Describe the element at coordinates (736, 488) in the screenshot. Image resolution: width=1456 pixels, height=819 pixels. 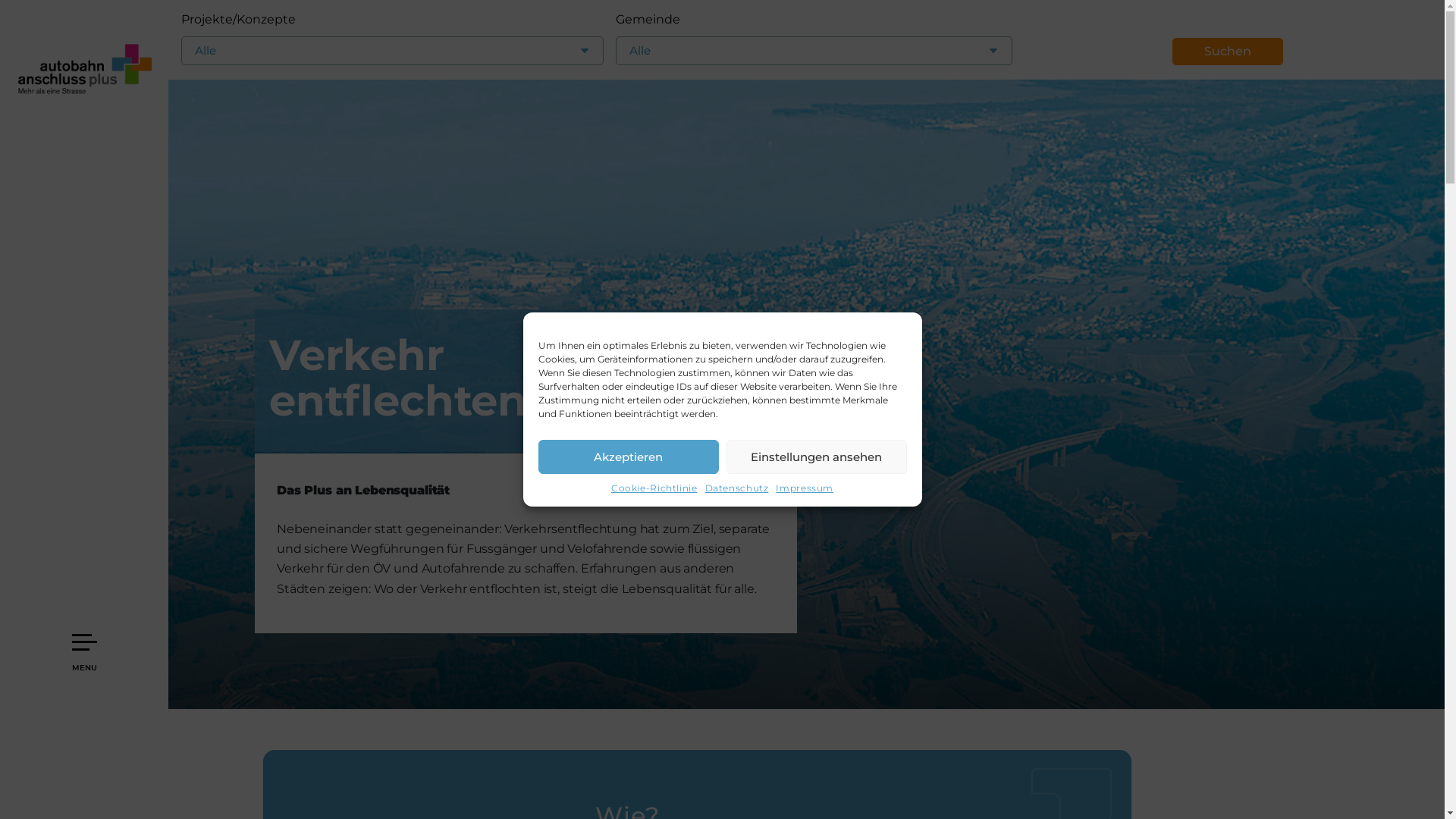
I see `'Datenschutz'` at that location.